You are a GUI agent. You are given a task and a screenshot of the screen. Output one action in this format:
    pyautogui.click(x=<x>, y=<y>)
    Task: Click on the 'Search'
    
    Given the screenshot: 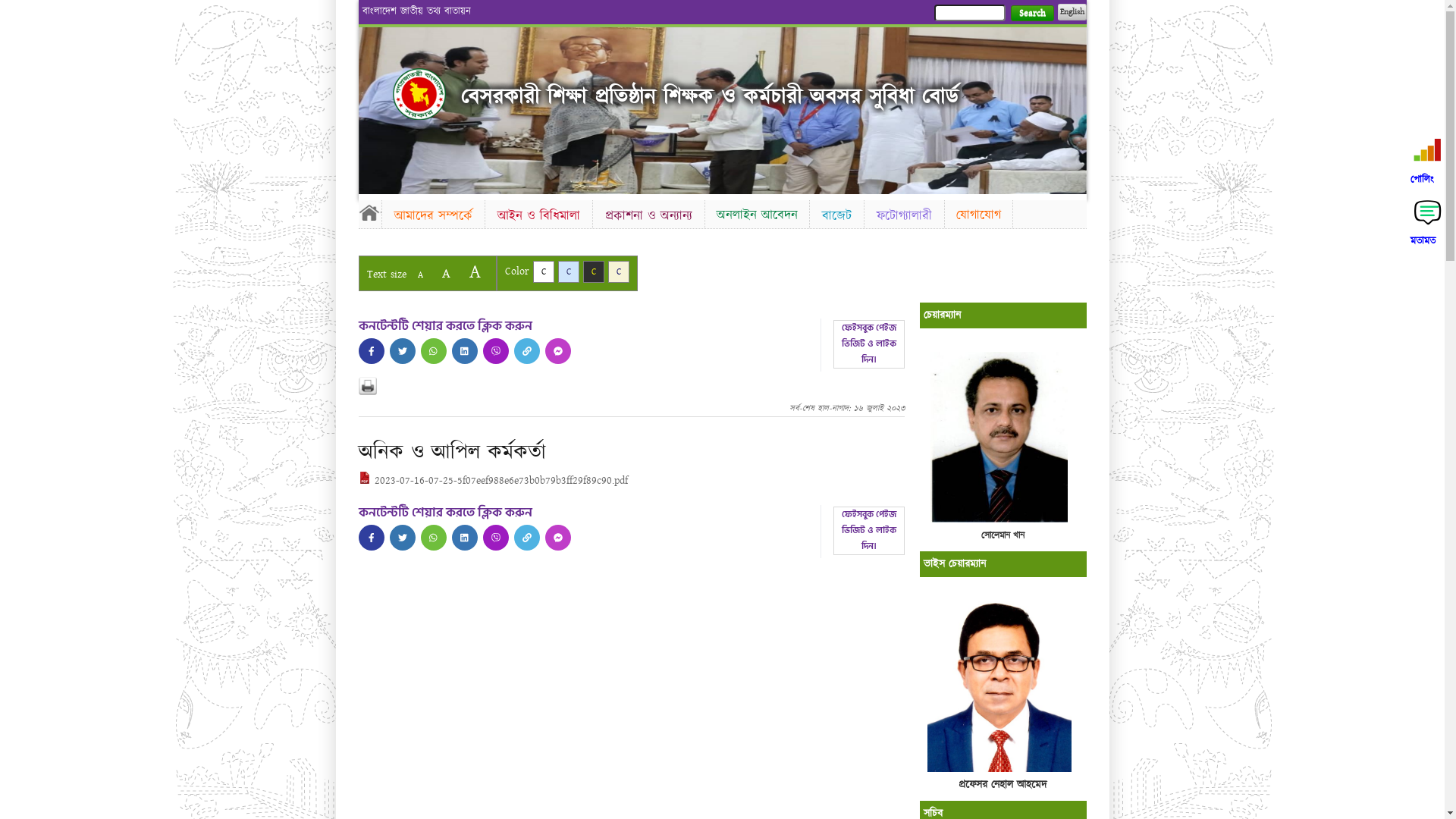 What is the action you would take?
    pyautogui.click(x=1031, y=13)
    